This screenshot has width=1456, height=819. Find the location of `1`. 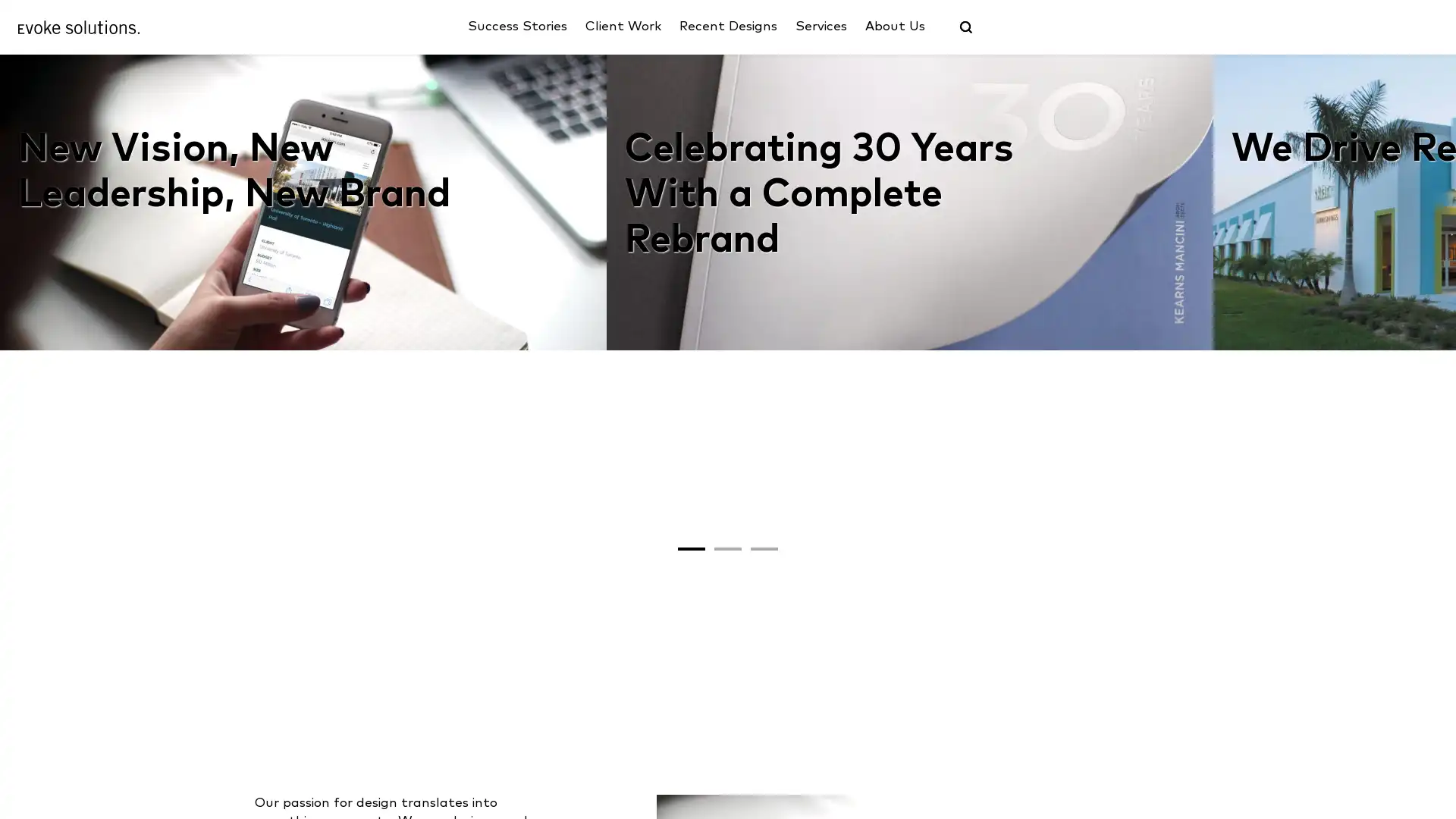

1 is located at coordinates (691, 745).